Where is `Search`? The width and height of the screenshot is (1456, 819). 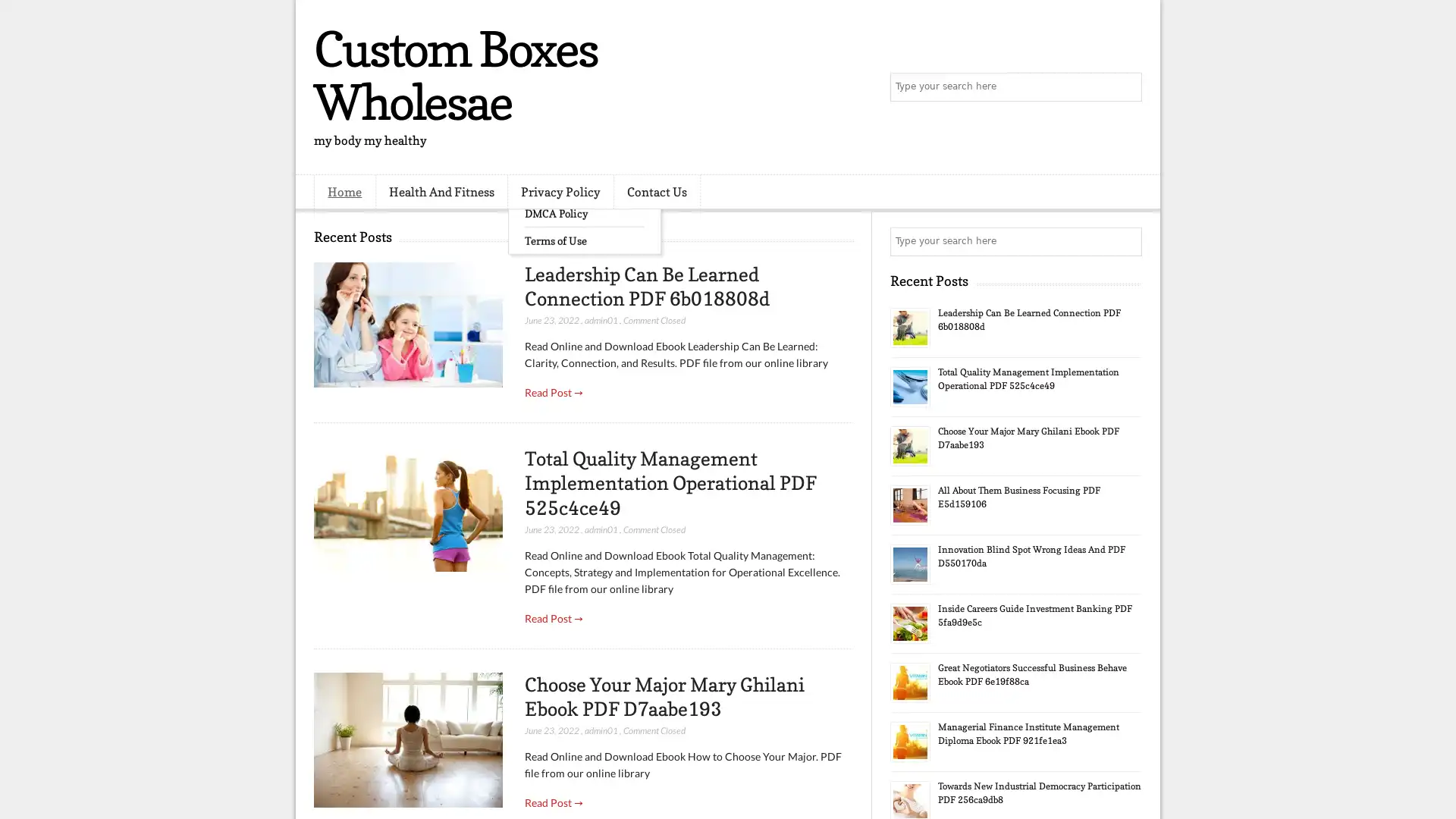
Search is located at coordinates (1126, 241).